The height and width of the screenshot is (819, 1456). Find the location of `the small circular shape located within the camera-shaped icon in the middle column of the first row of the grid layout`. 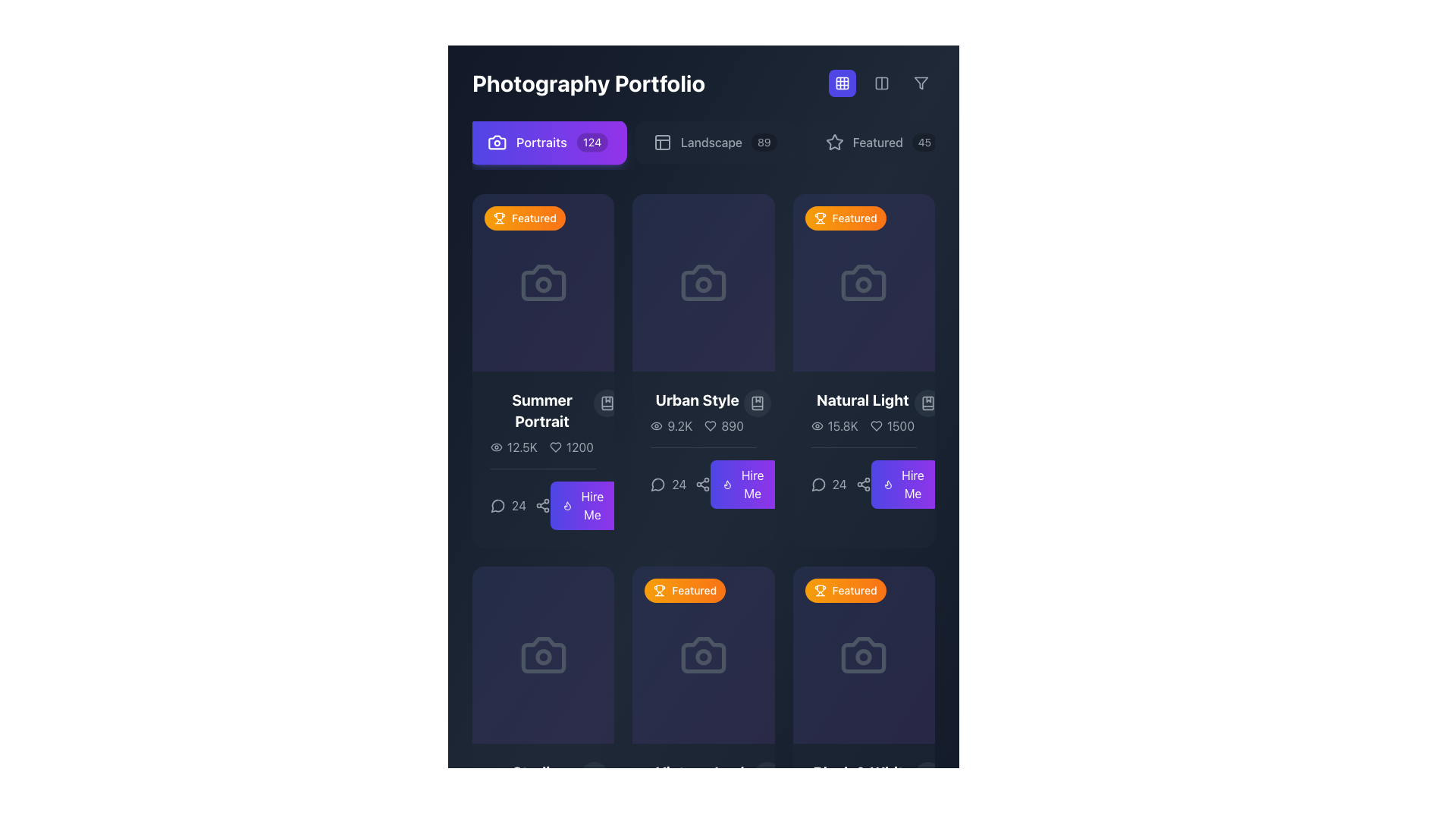

the small circular shape located within the camera-shaped icon in the middle column of the first row of the grid layout is located at coordinates (702, 284).